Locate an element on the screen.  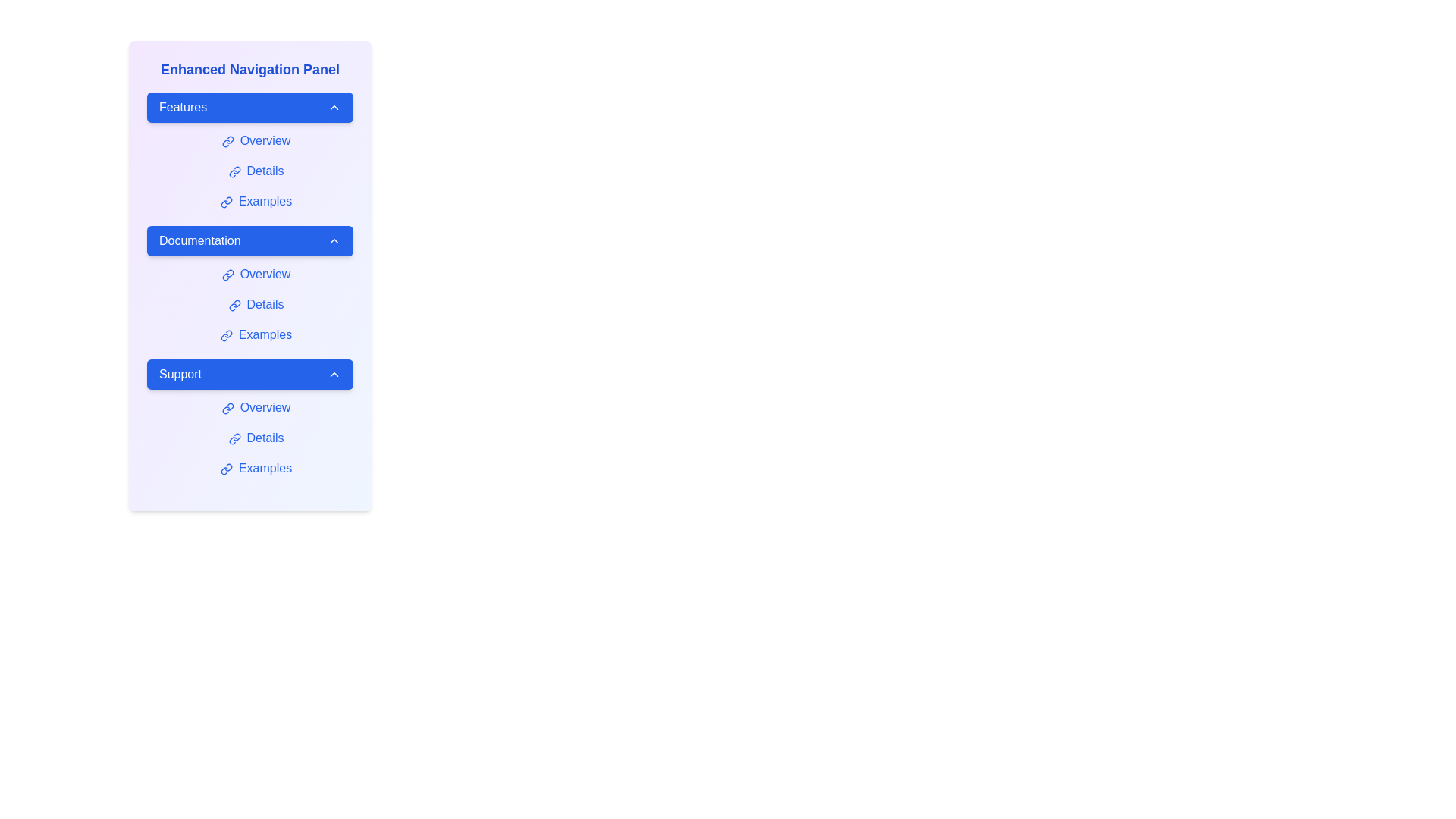
the link icon, which is the upper segment of an interlinked design located in the navigation sidebar under the 'Examples' subcategory of the 'Support' section is located at coordinates (227, 466).